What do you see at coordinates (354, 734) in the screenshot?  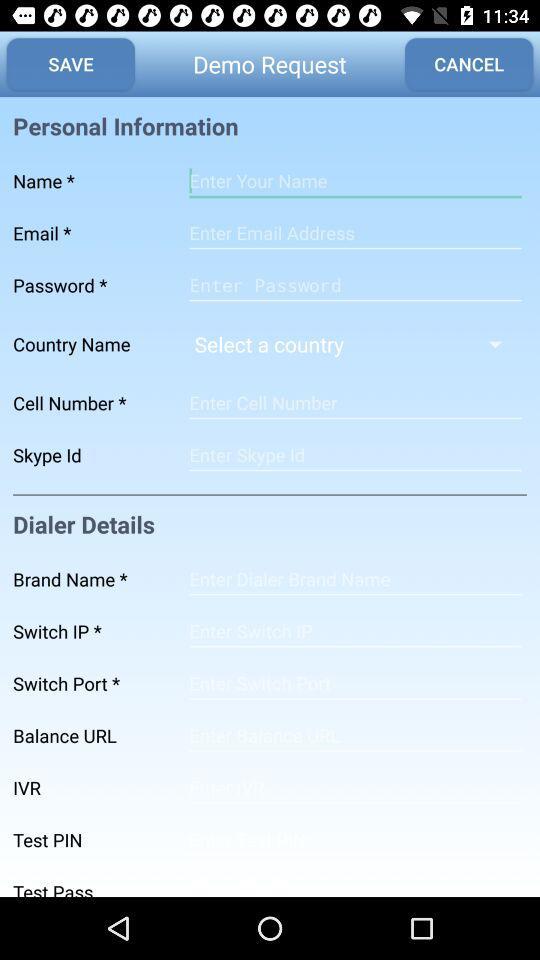 I see `type the text` at bounding box center [354, 734].